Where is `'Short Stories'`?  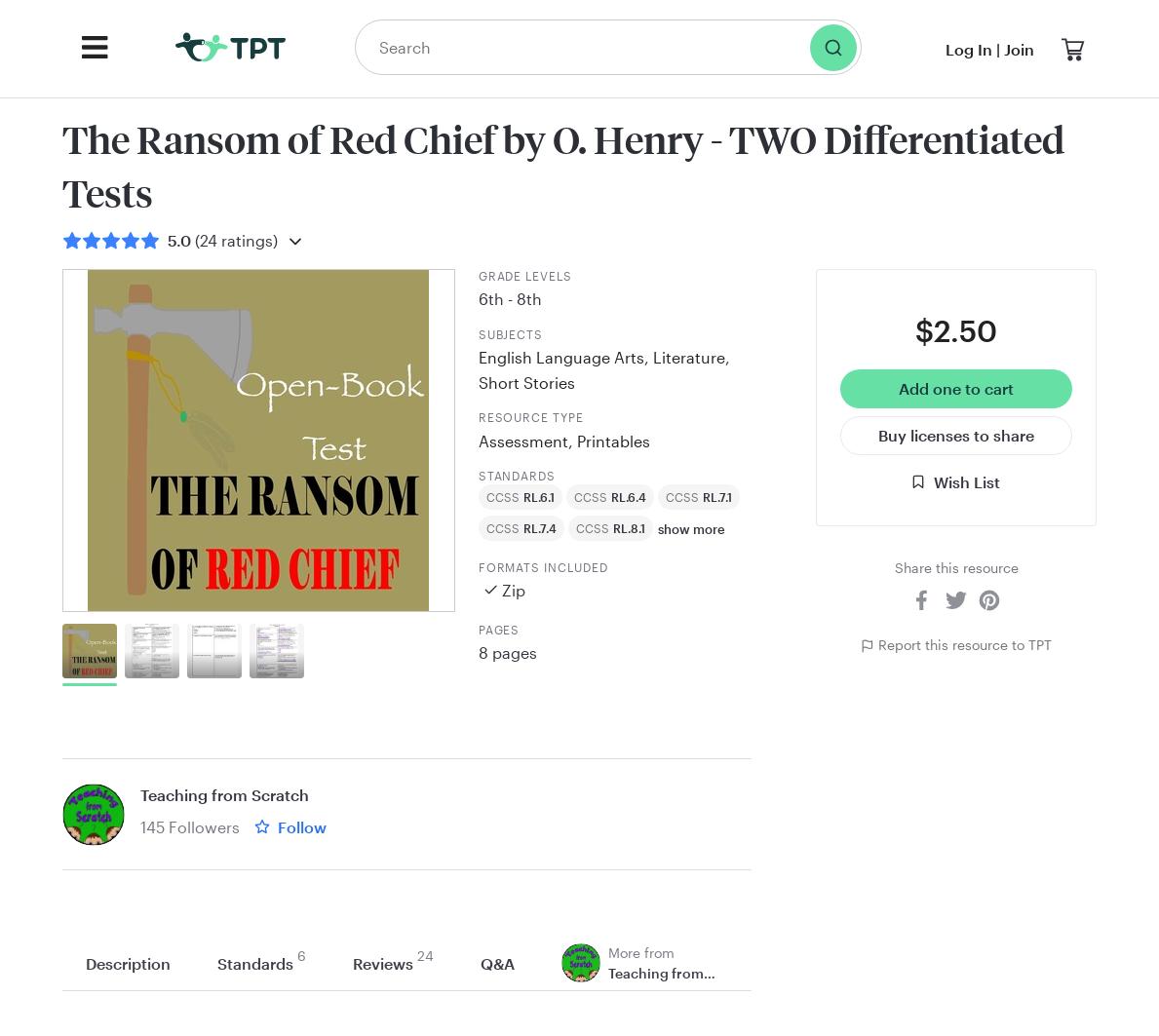
'Short Stories' is located at coordinates (525, 381).